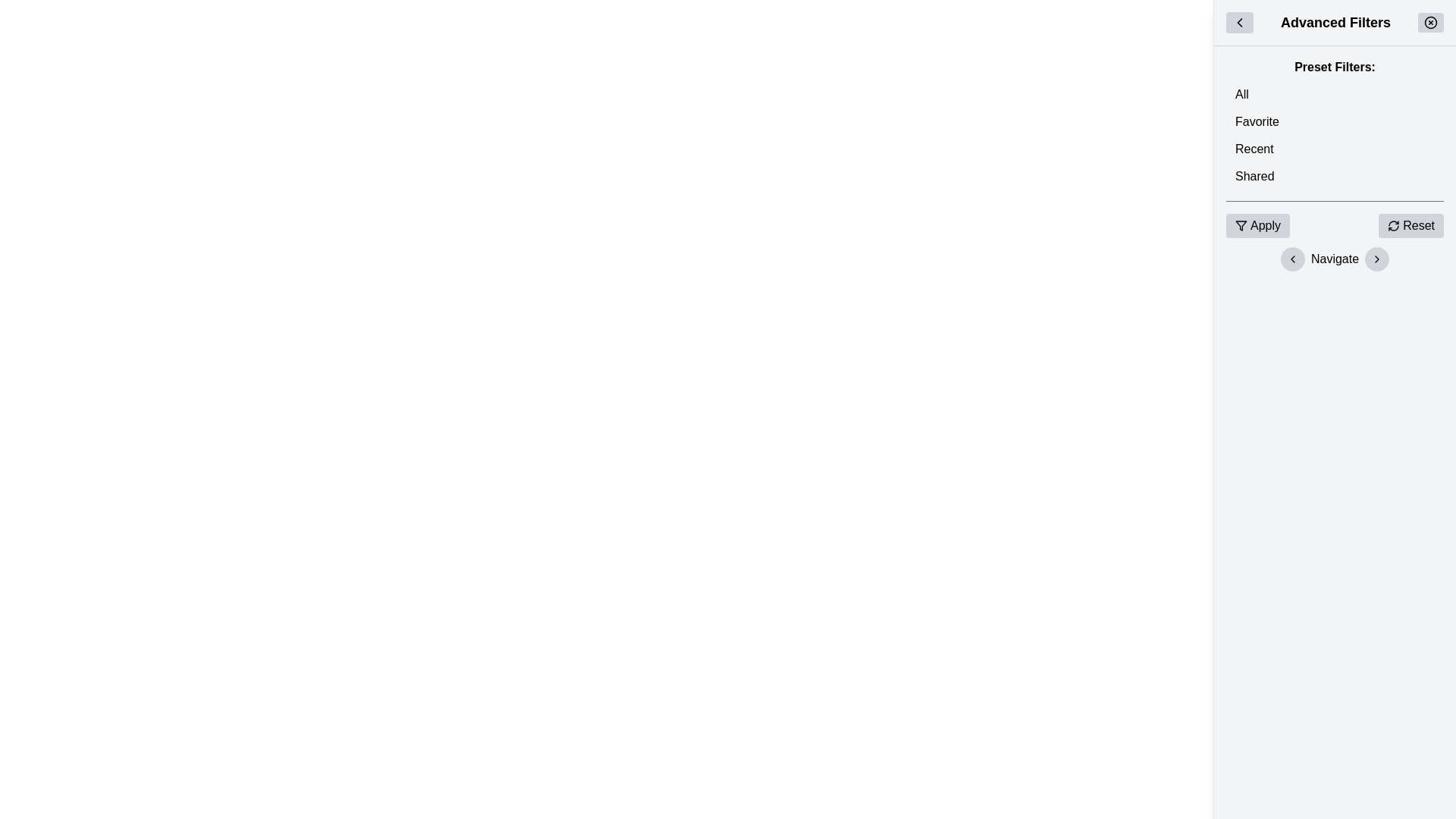  I want to click on the 'Apply Filters' button located in the top-right corner of the panel to implement the chosen filtering criteria, so click(1258, 225).